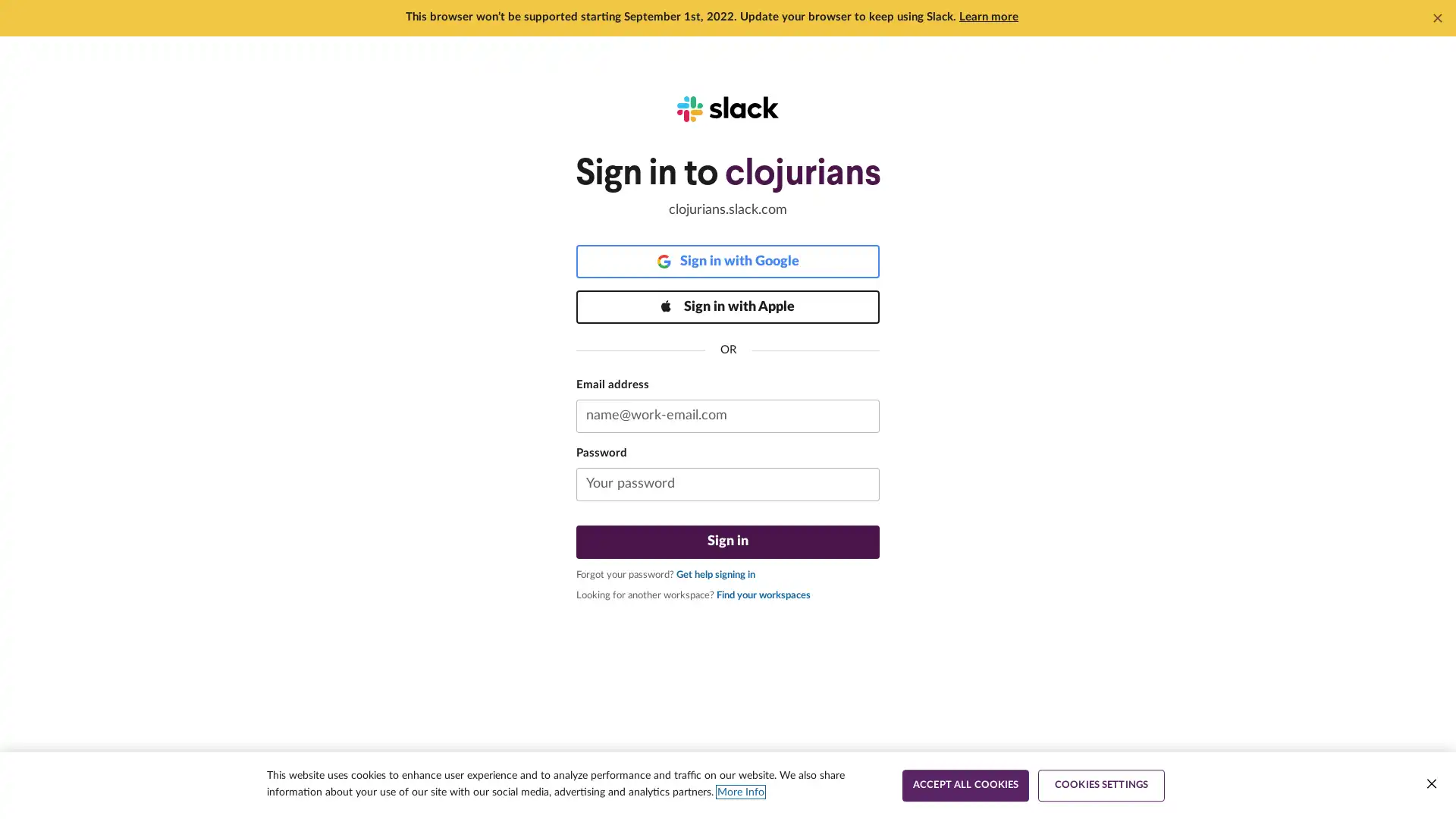 The image size is (1456, 819). I want to click on Close, so click(1430, 783).